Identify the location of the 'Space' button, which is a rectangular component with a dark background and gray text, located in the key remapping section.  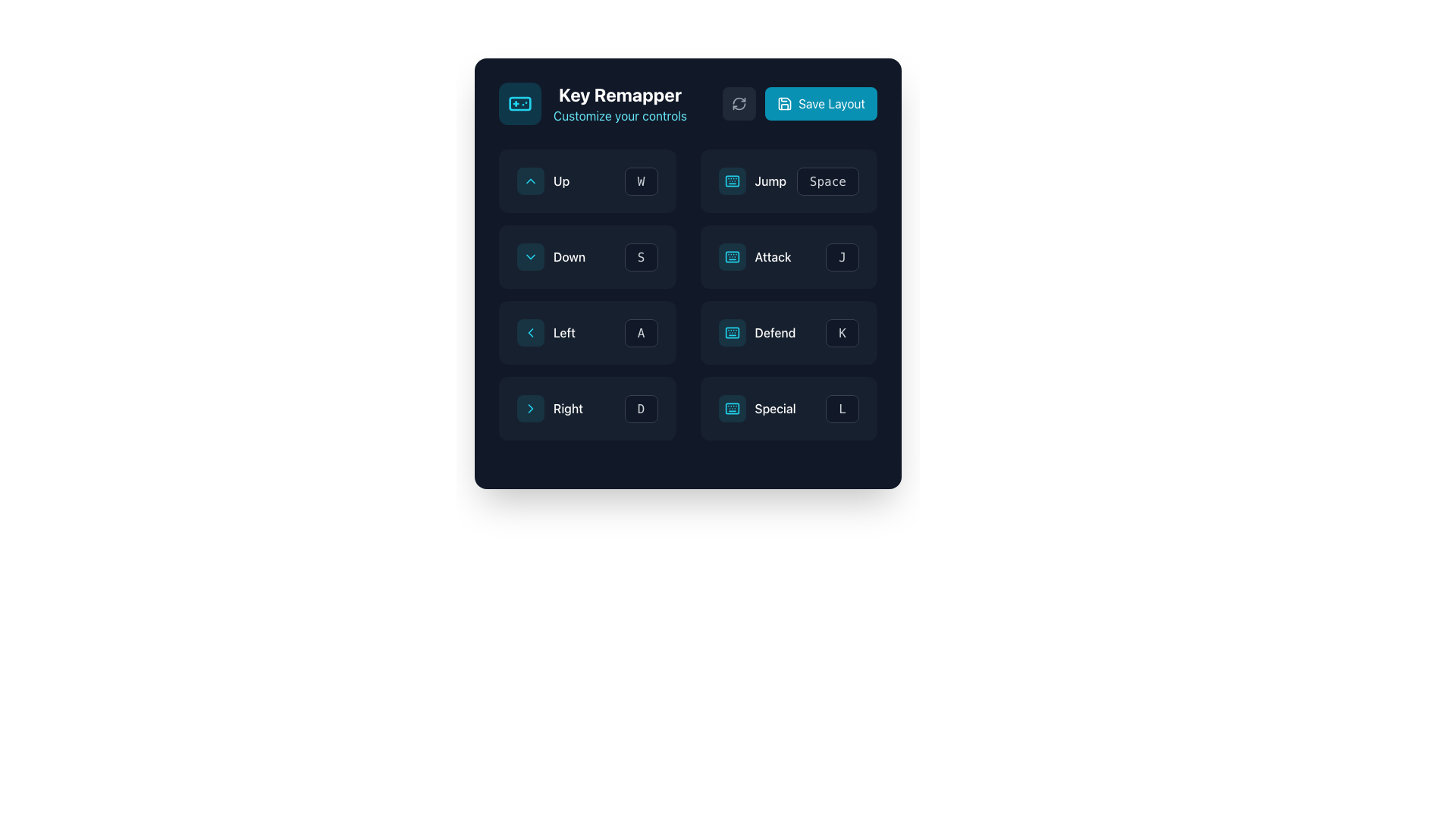
(827, 180).